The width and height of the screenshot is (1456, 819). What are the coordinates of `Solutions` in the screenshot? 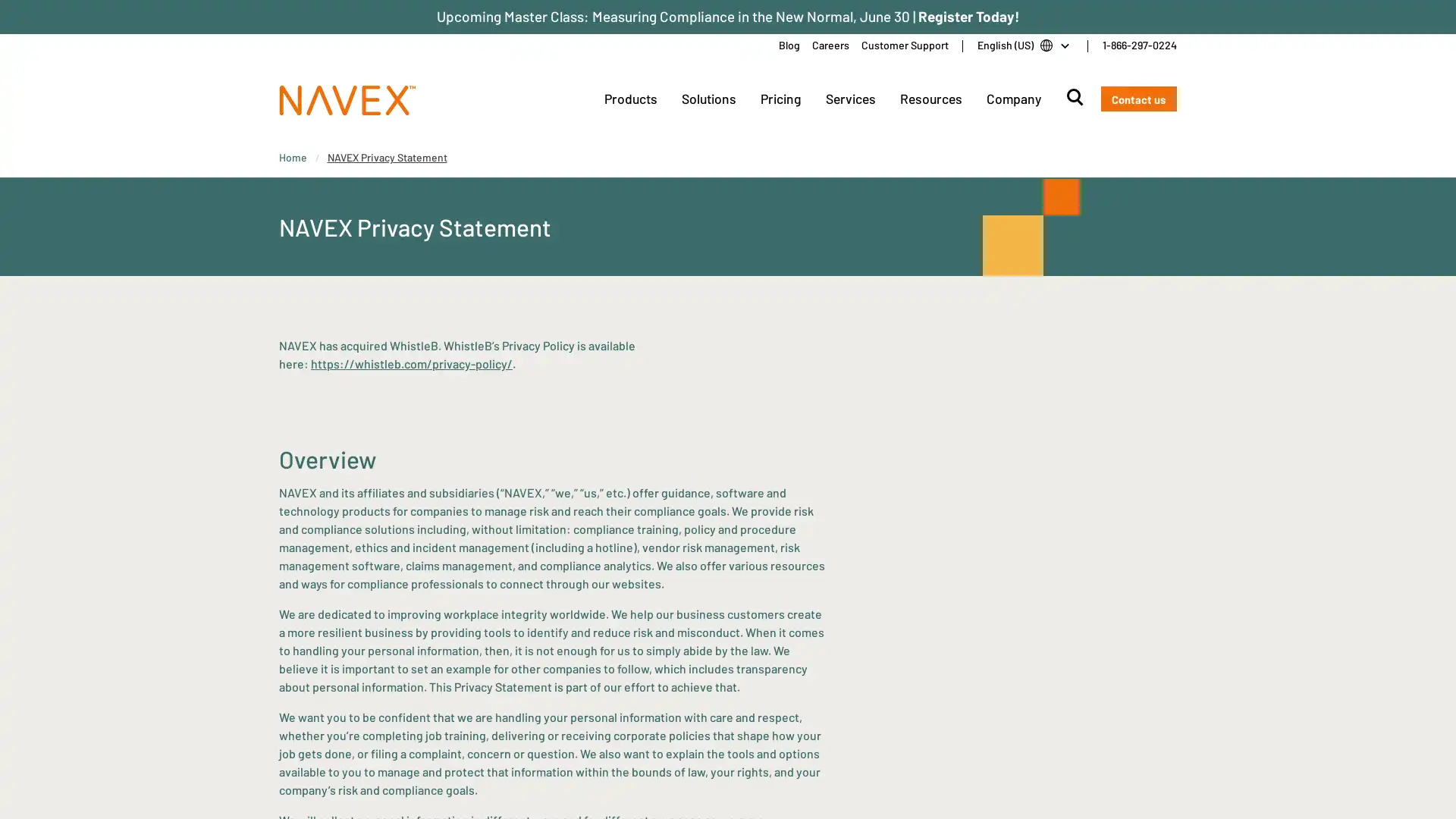 It's located at (708, 99).